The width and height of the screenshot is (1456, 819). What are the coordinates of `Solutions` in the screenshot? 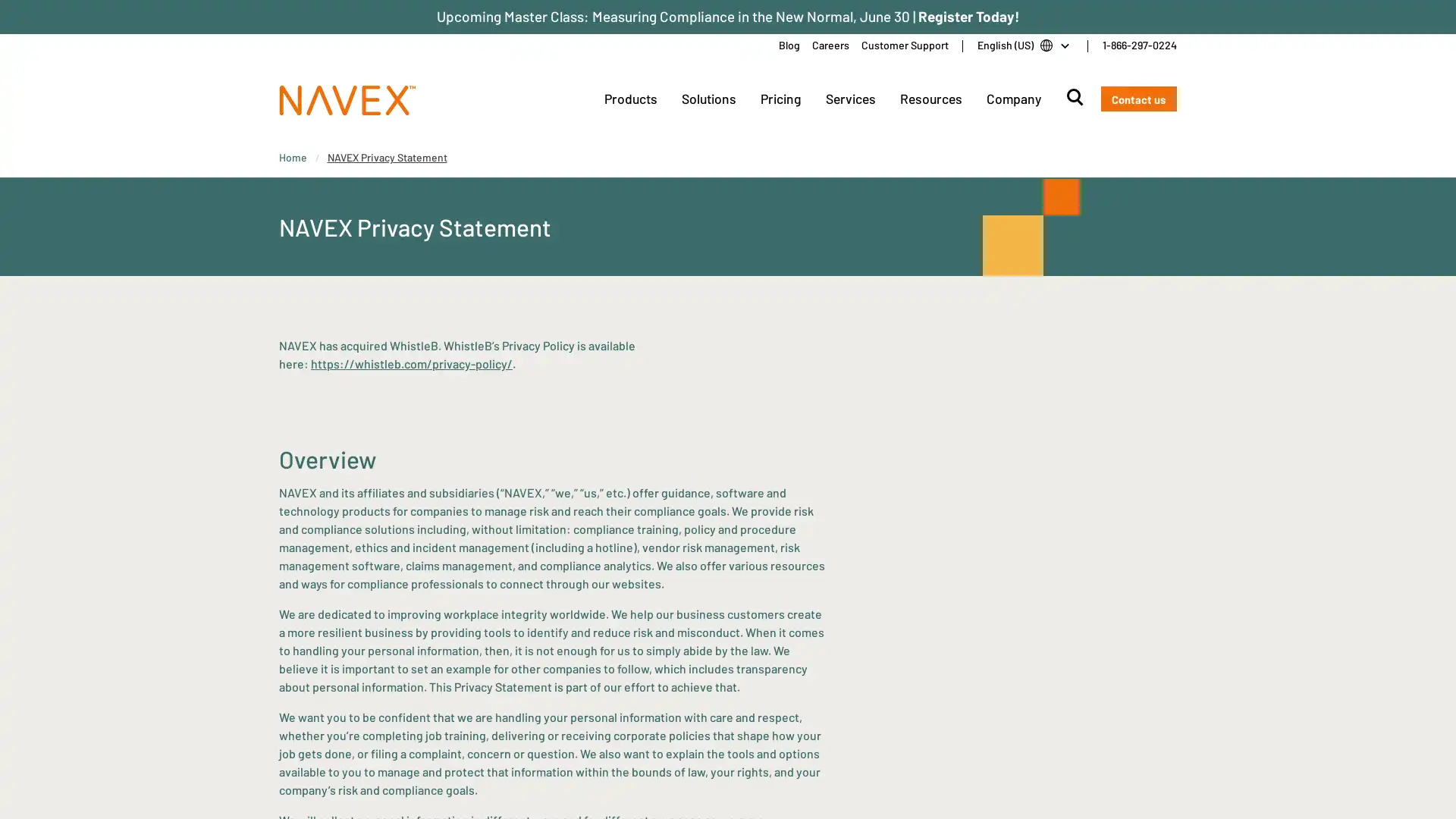 It's located at (708, 99).